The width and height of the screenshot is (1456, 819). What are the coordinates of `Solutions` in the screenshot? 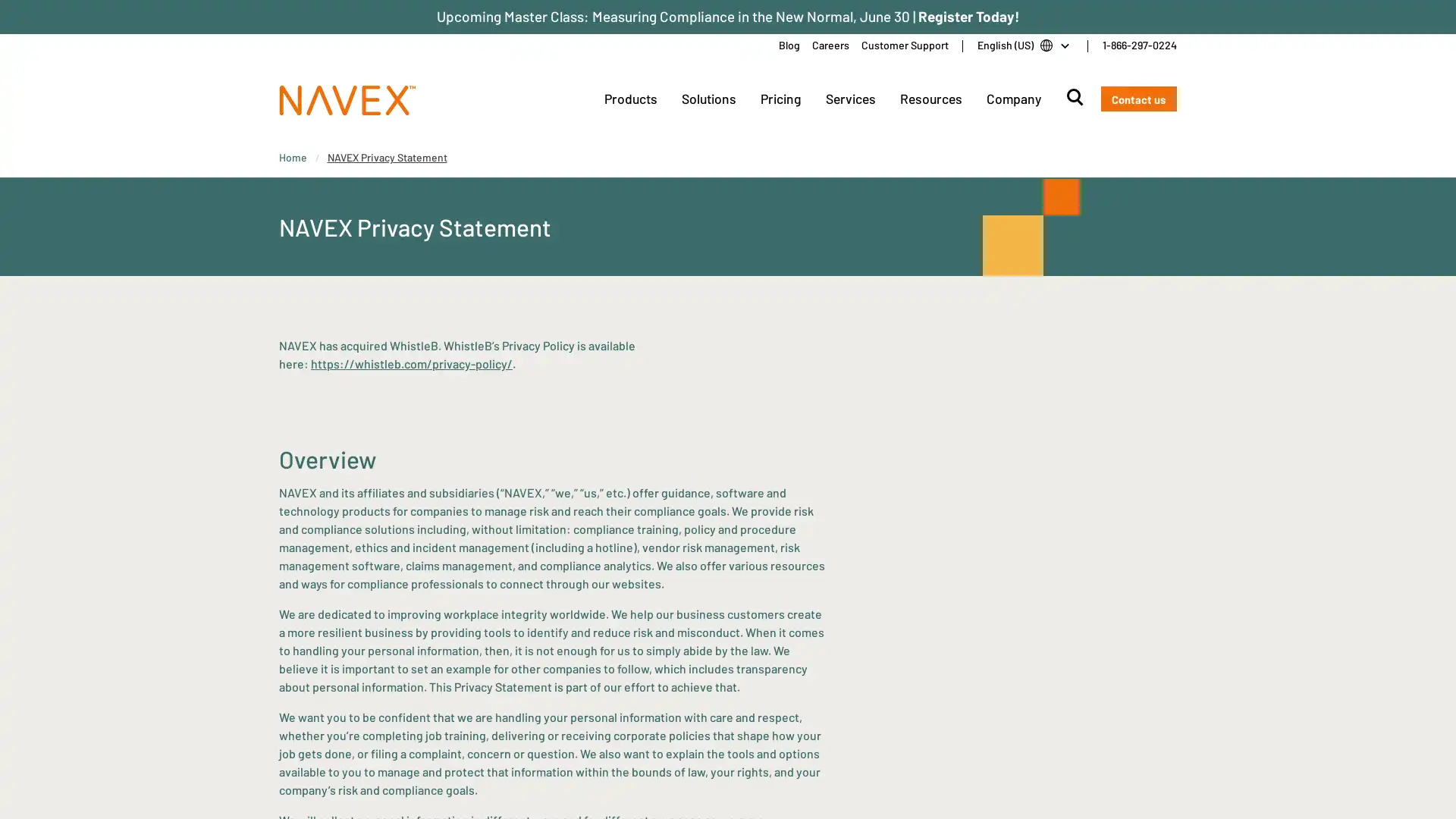 It's located at (708, 99).